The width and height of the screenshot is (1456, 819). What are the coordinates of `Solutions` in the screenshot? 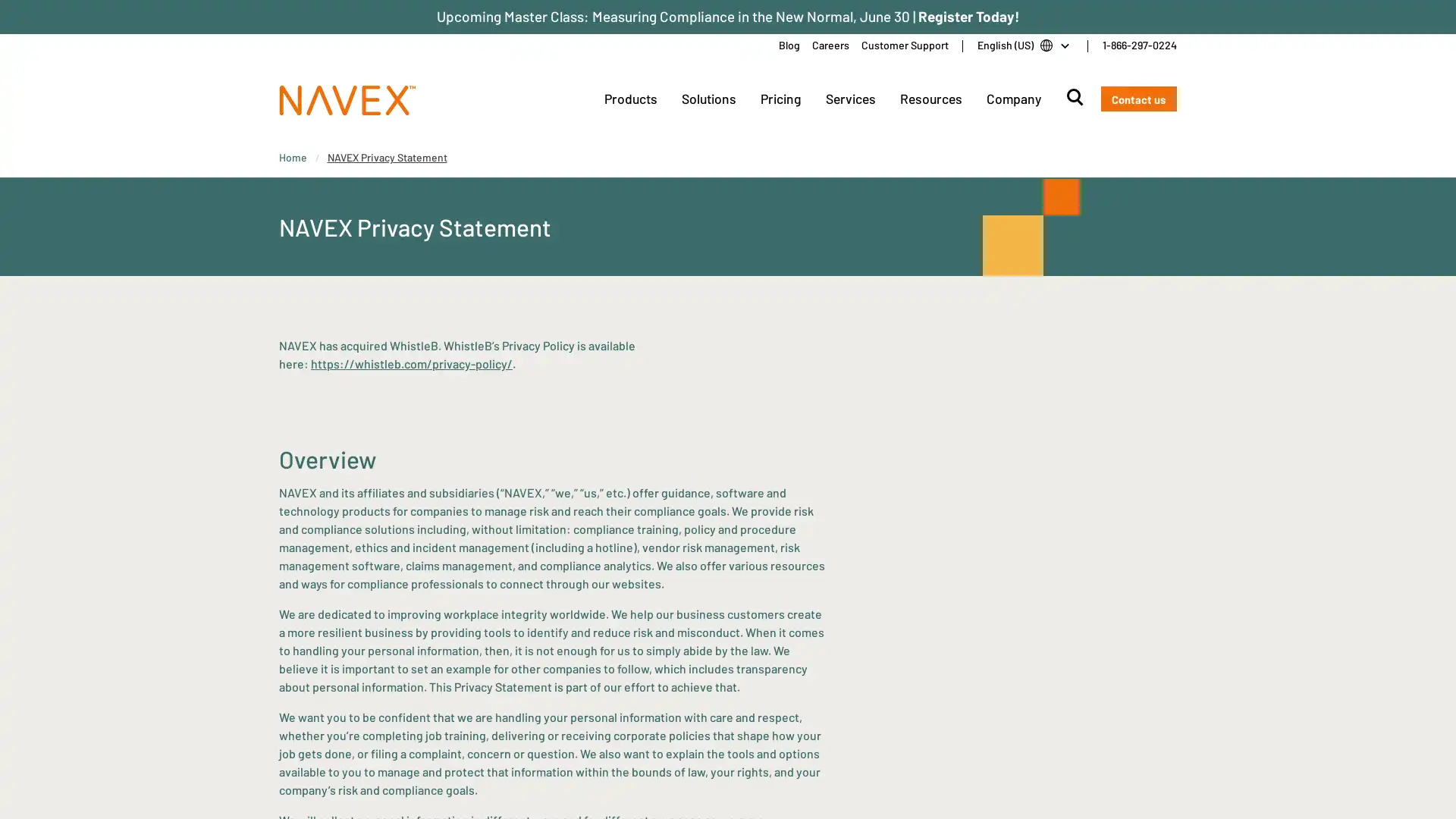 It's located at (708, 99).